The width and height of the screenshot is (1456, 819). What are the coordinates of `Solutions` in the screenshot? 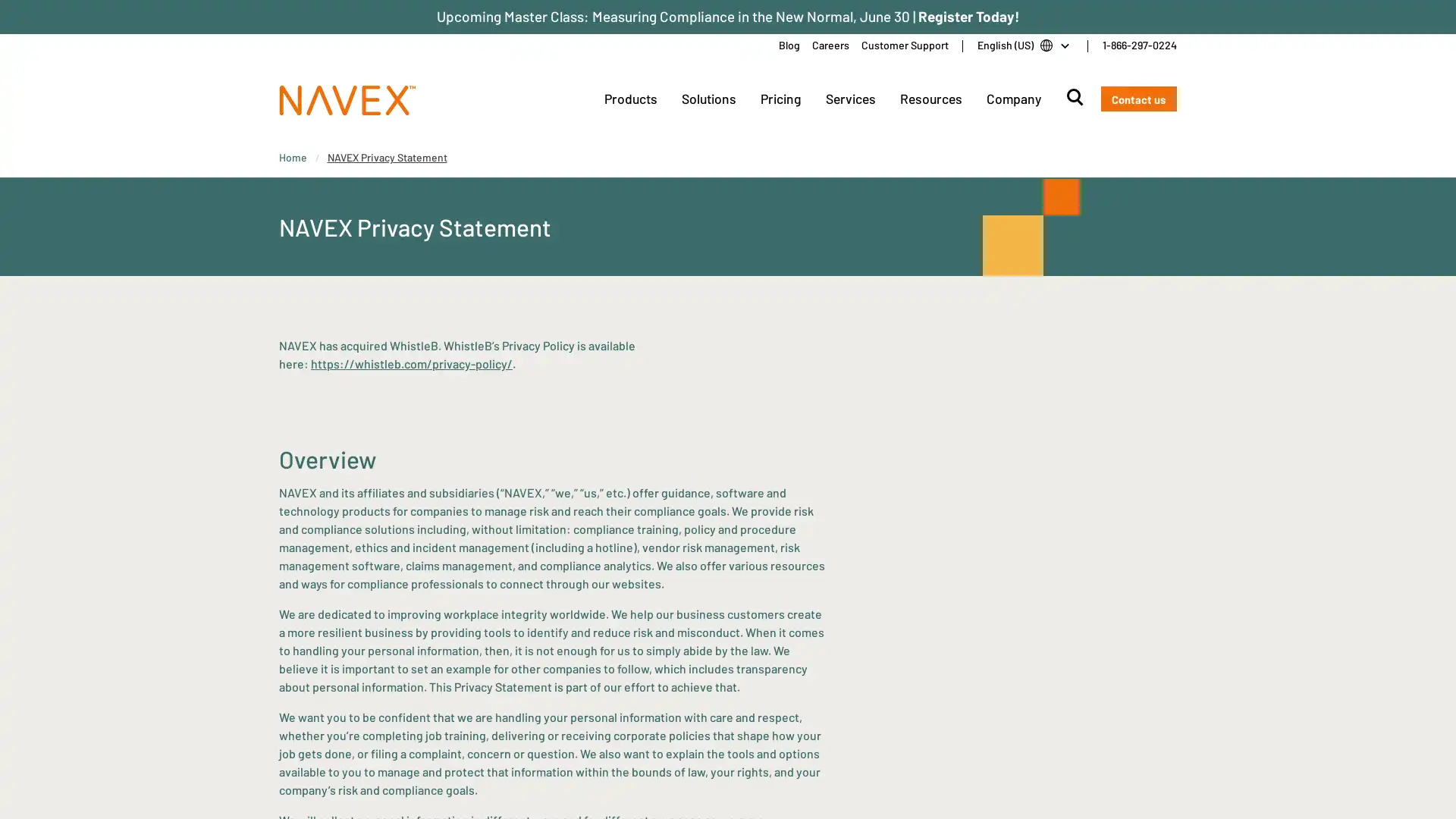 It's located at (708, 99).